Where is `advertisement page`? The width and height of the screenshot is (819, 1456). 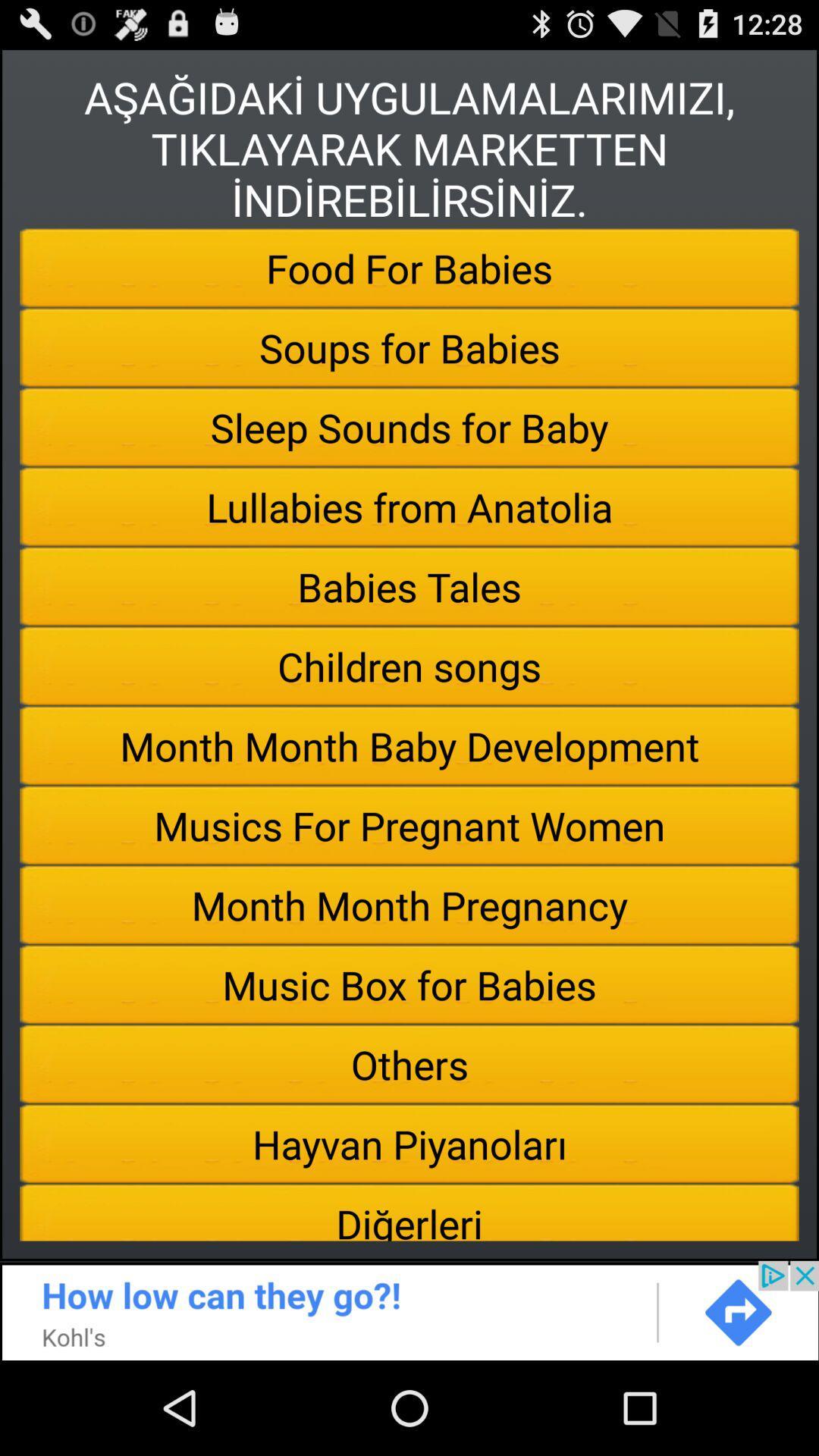 advertisement page is located at coordinates (409, 1310).